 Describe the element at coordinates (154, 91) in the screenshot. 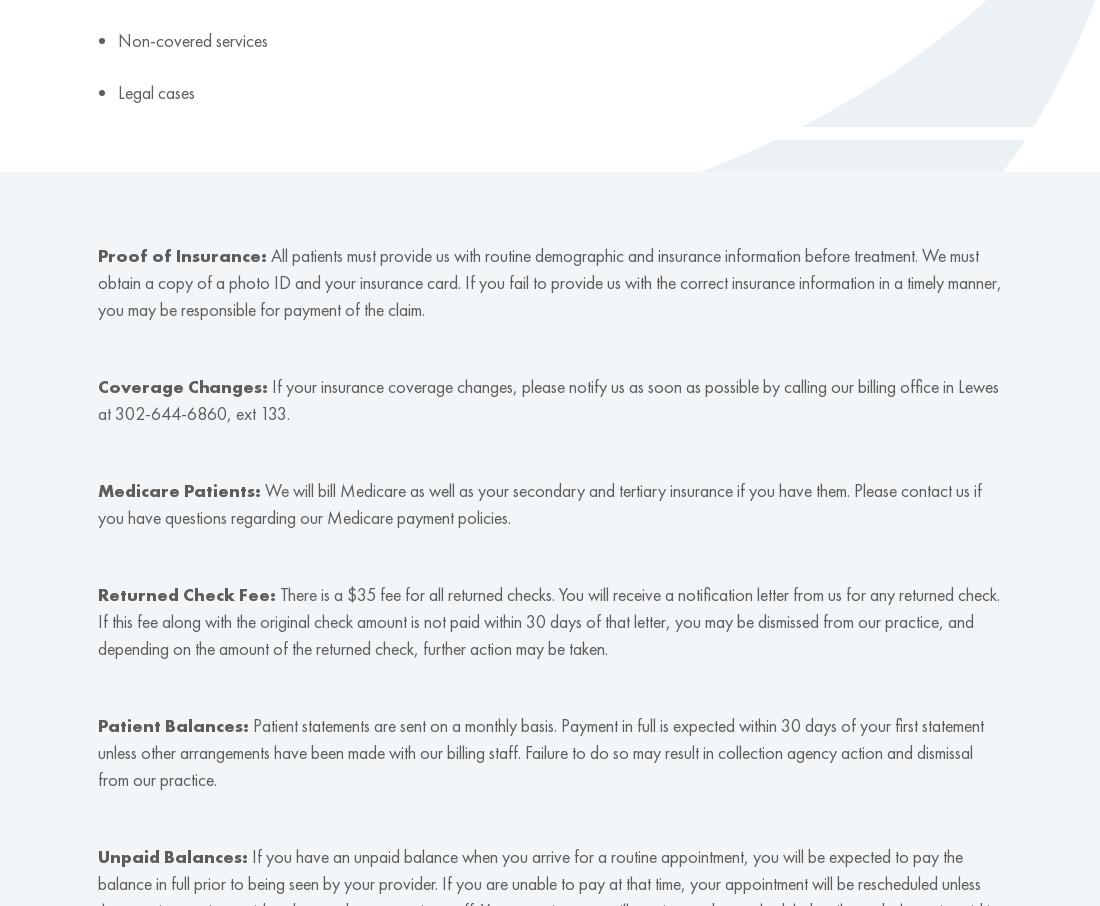

I see `'Legal cases'` at that location.